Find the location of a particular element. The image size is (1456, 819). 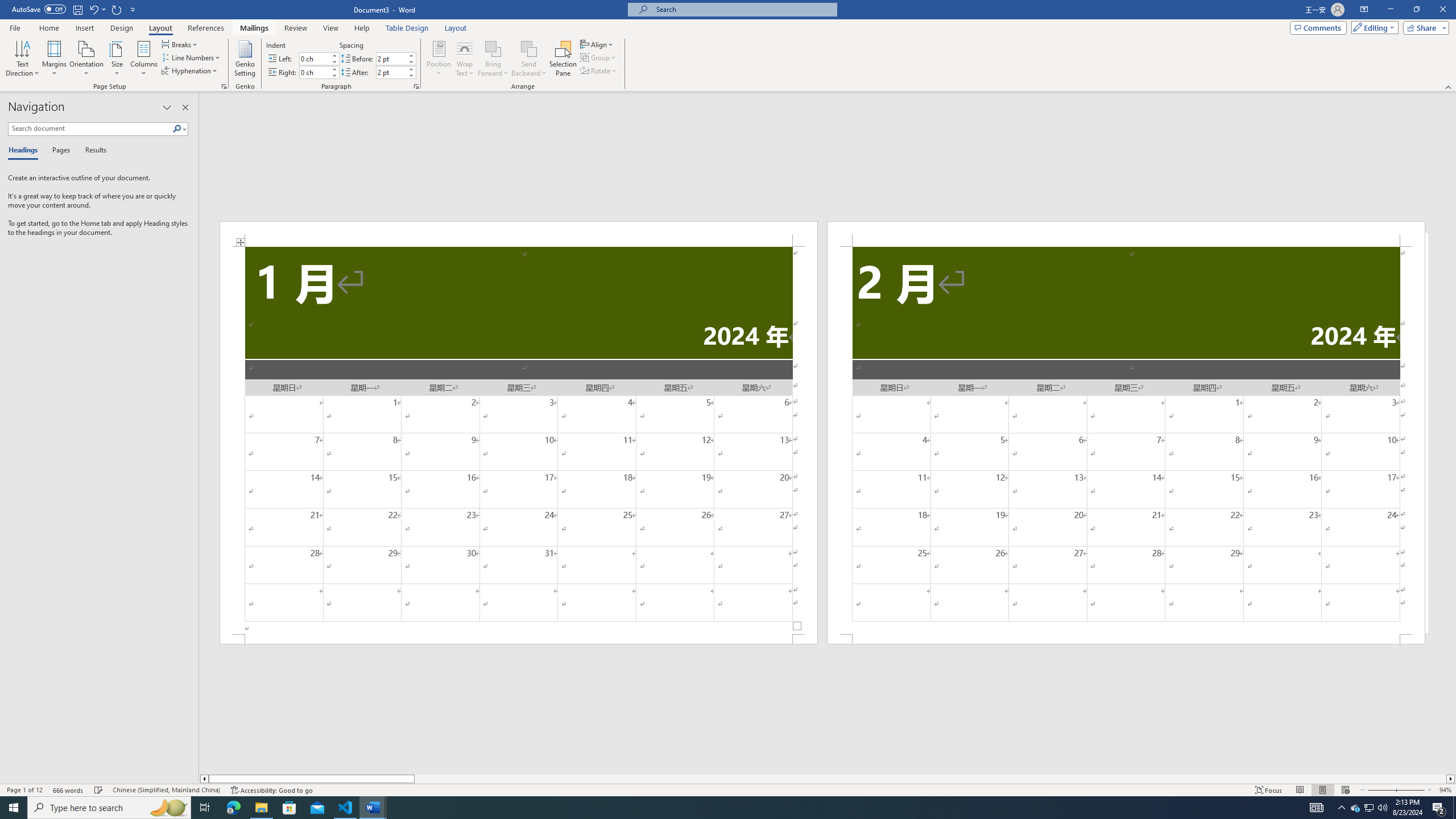

'AutoSave' is located at coordinates (39, 9).